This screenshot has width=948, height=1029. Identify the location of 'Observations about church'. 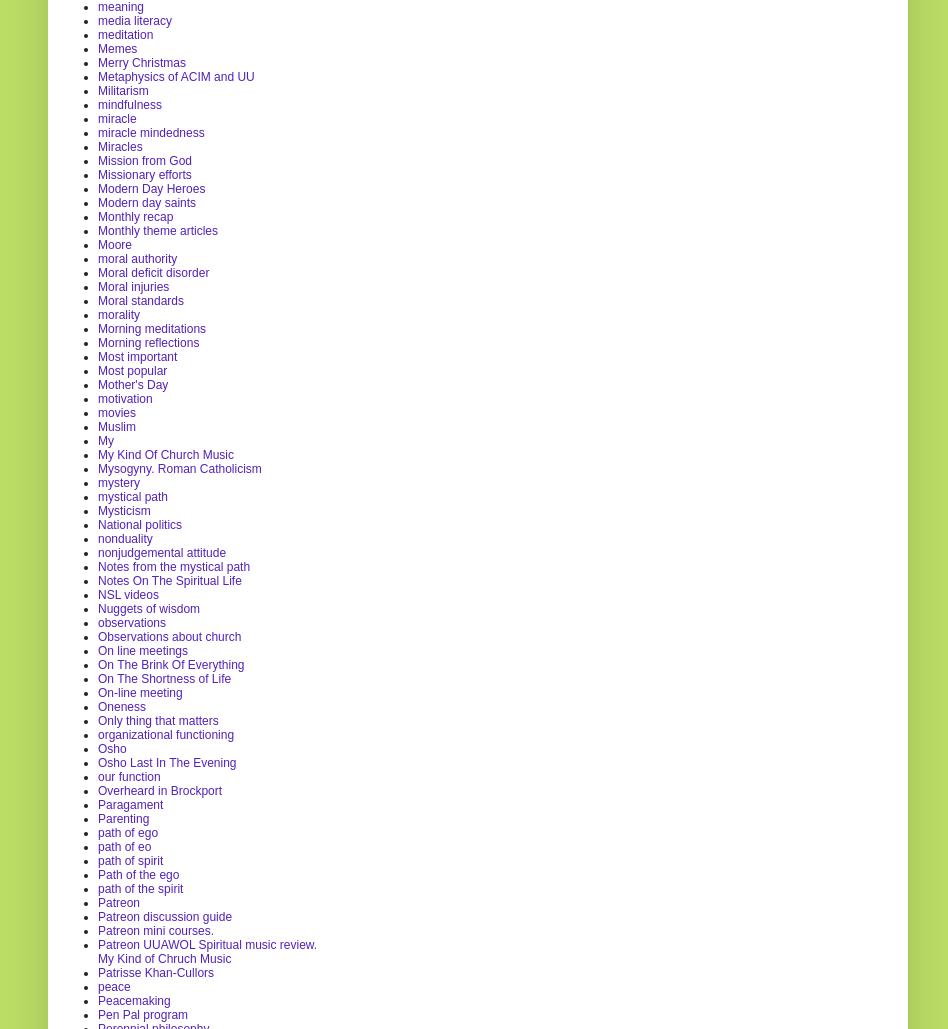
(168, 636).